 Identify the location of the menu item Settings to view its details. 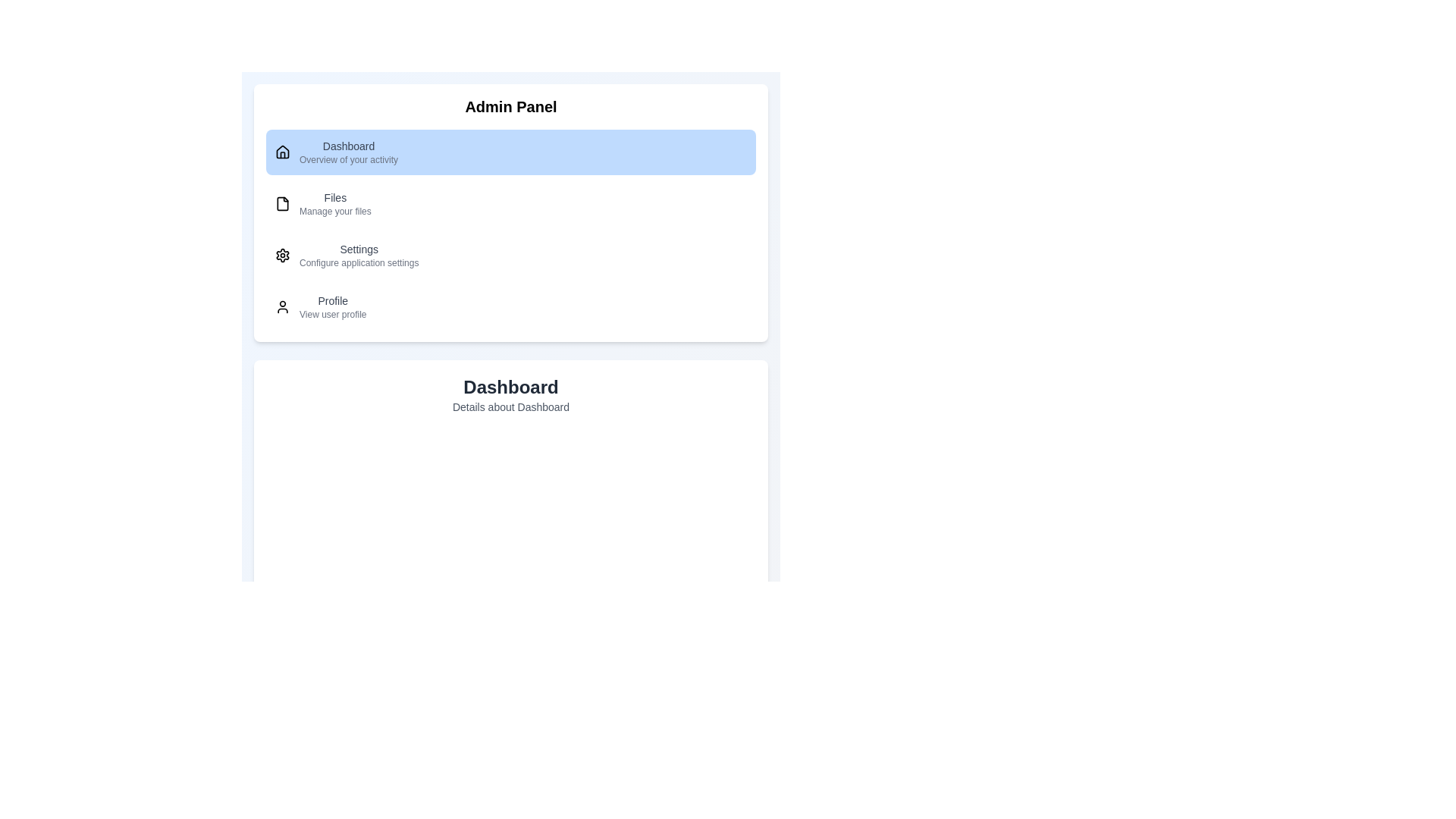
(510, 254).